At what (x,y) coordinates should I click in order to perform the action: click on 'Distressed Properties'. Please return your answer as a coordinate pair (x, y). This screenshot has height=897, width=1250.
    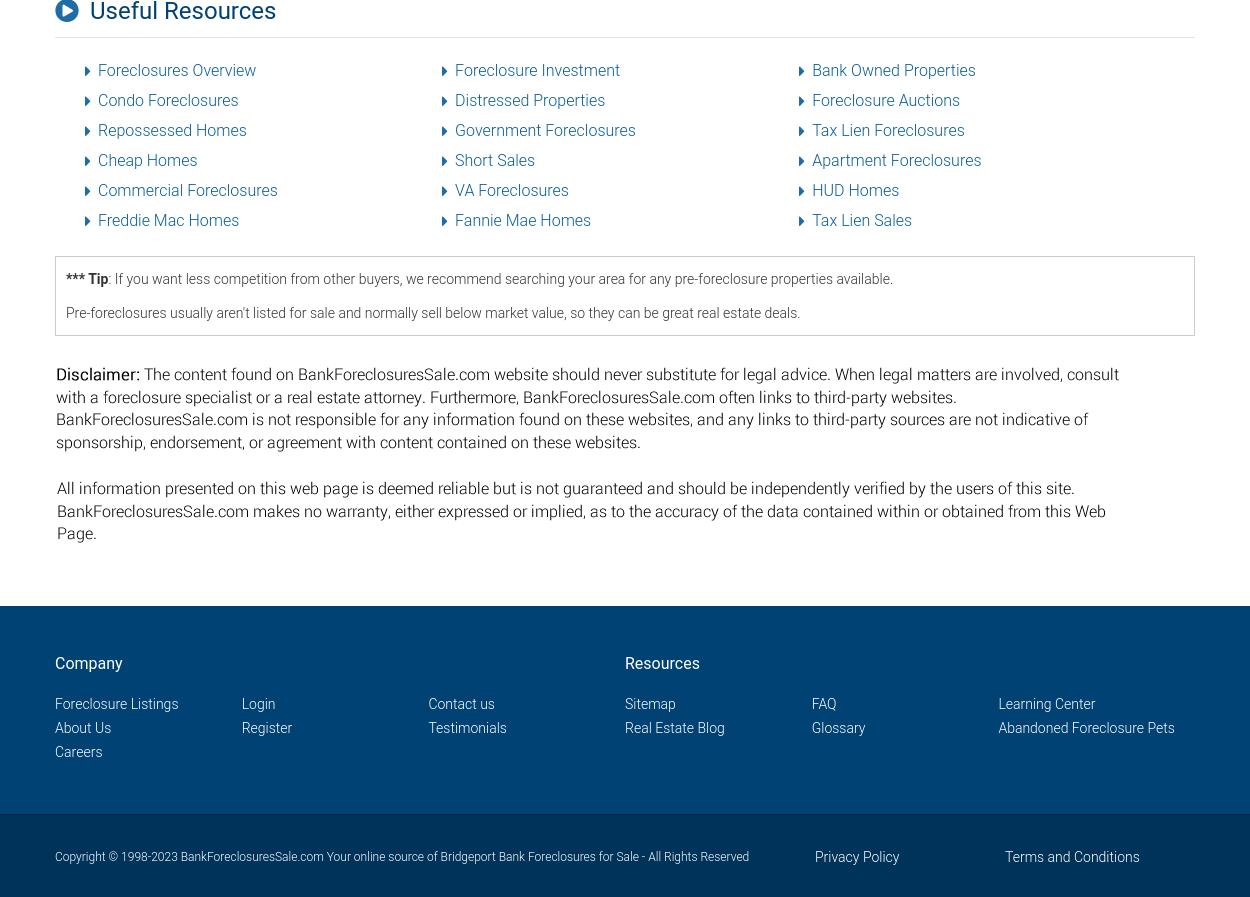
    Looking at the image, I should click on (530, 99).